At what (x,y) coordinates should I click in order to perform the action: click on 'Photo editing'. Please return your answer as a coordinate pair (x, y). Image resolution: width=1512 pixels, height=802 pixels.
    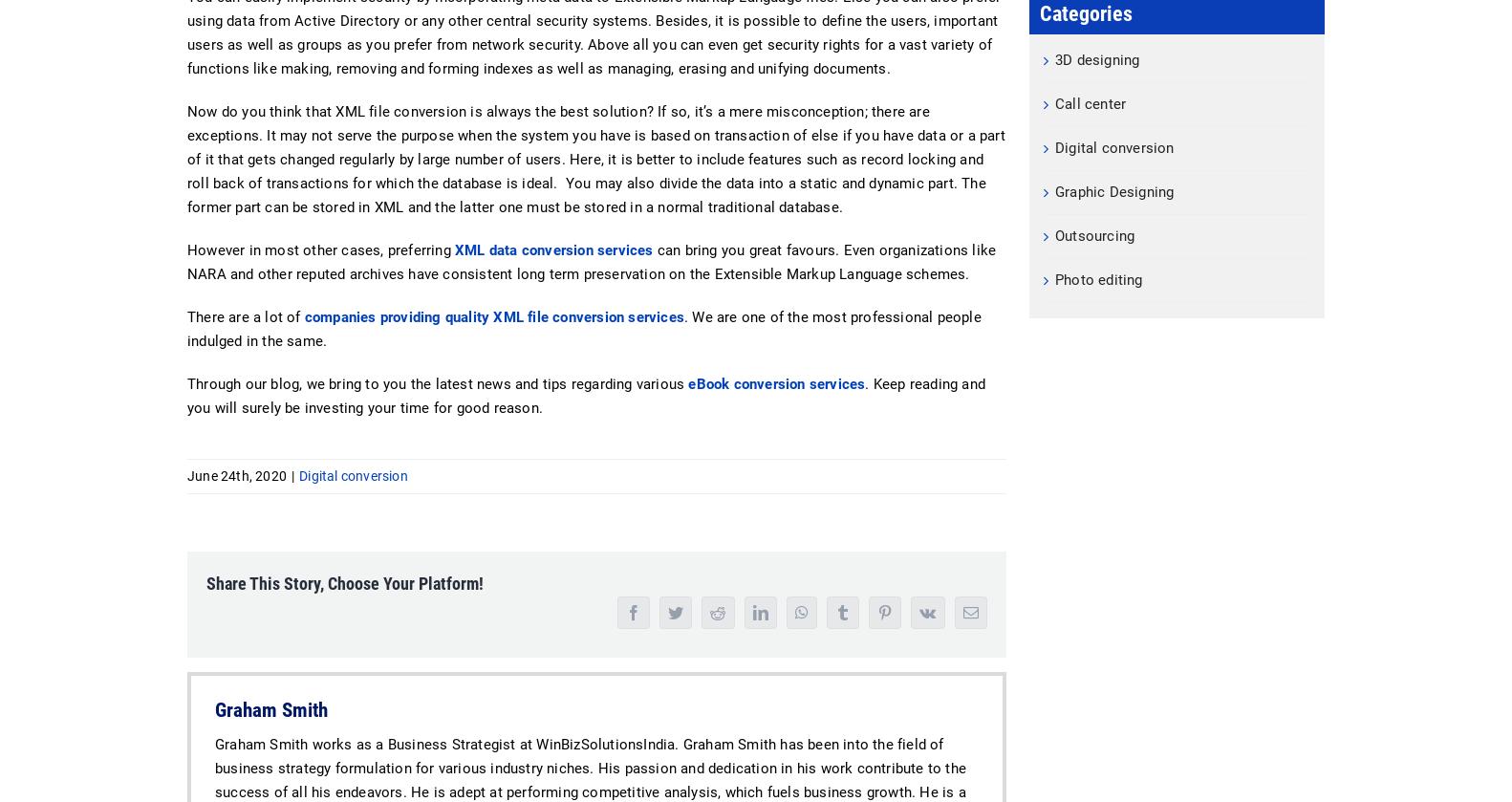
    Looking at the image, I should click on (1055, 279).